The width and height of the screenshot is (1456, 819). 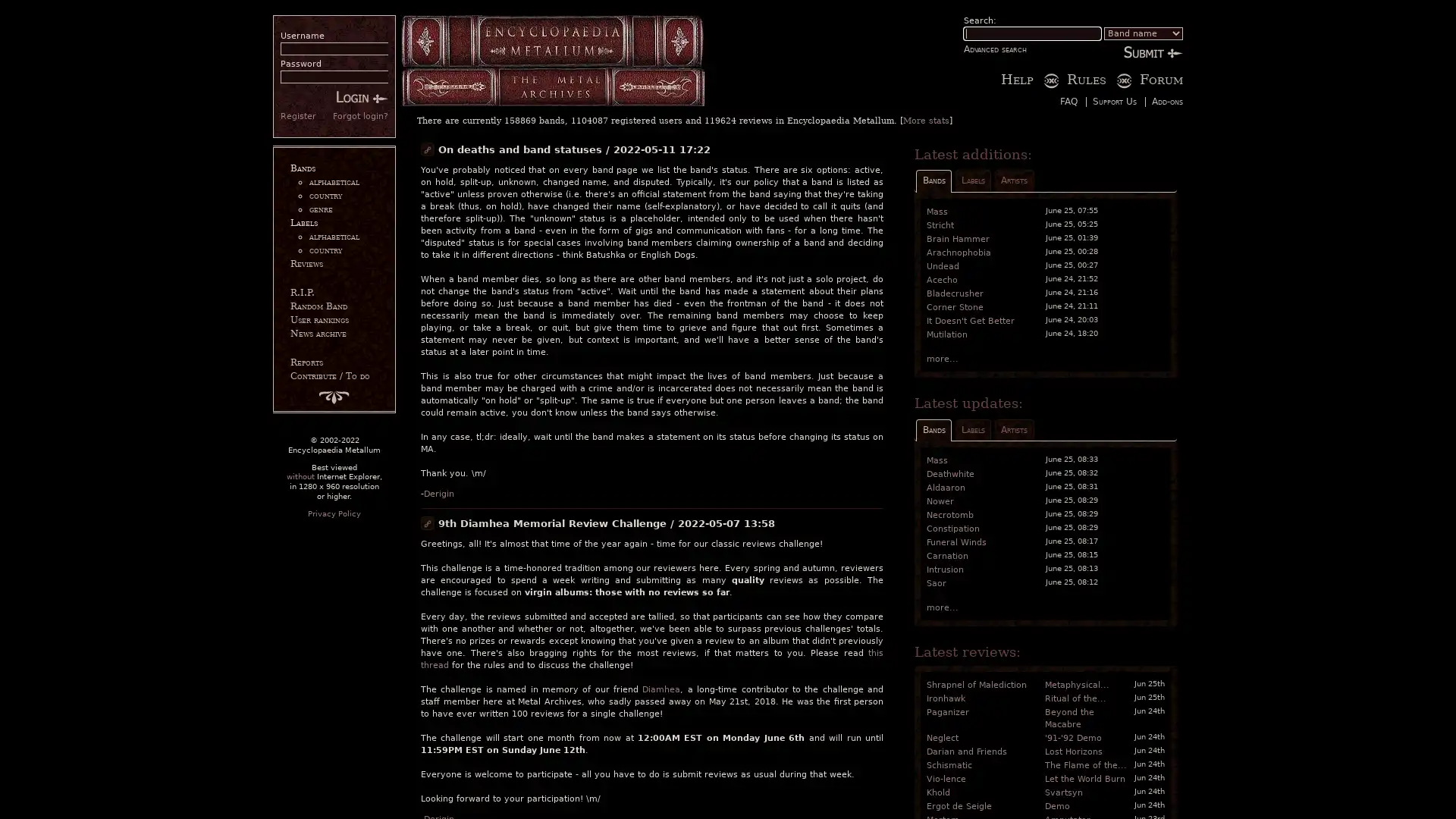 I want to click on Login, so click(x=362, y=96).